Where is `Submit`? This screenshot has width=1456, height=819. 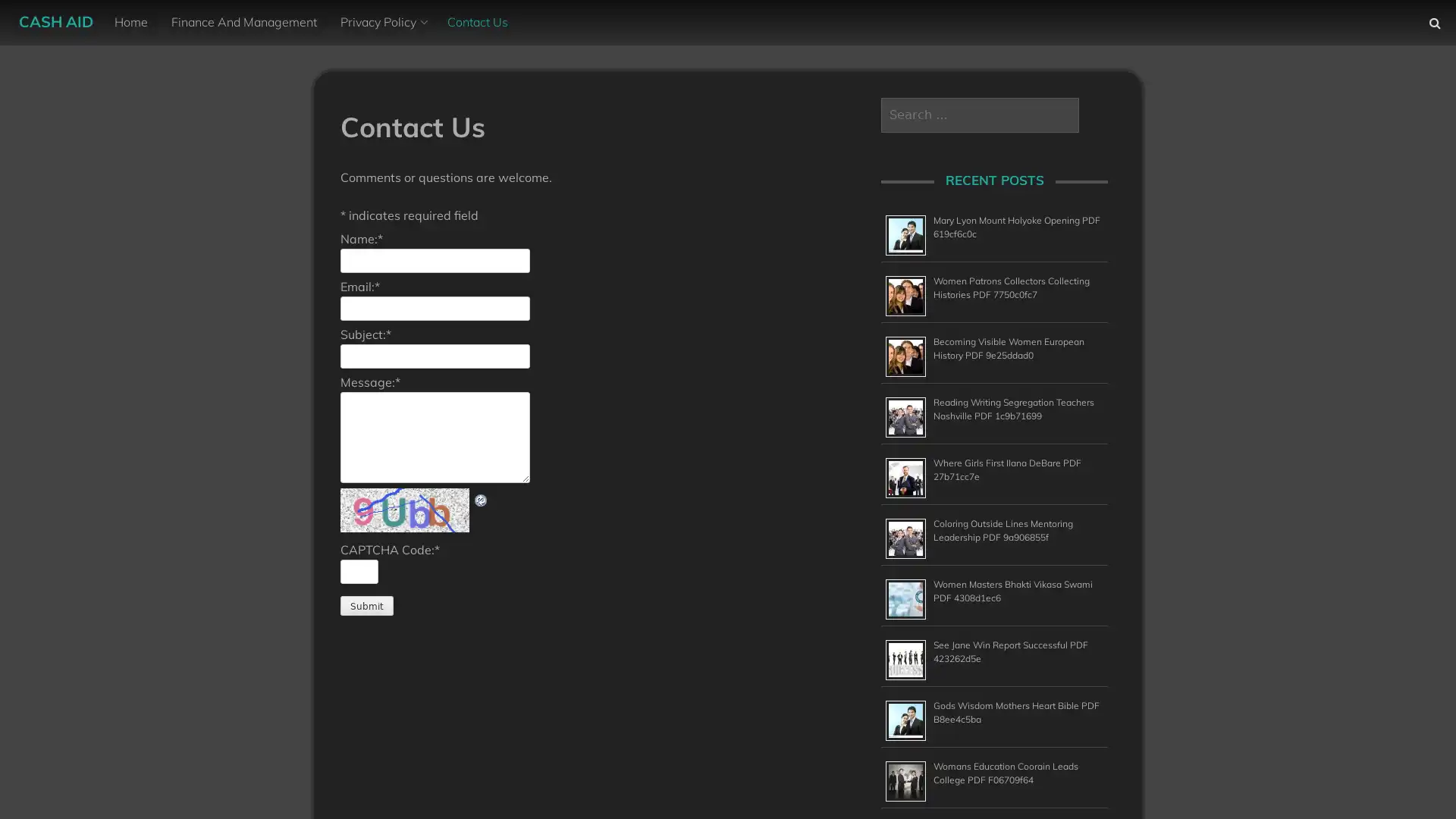
Submit is located at coordinates (367, 604).